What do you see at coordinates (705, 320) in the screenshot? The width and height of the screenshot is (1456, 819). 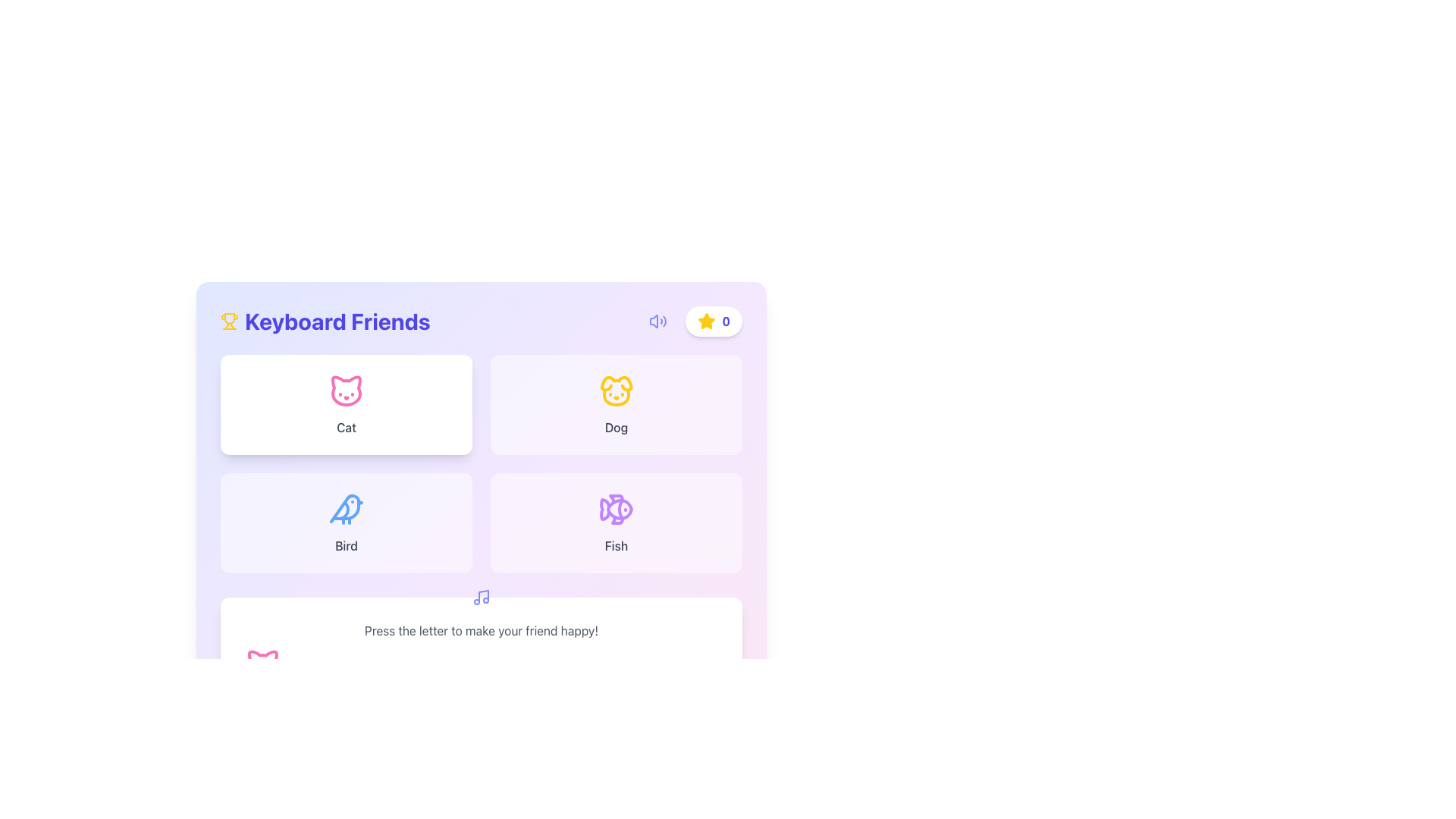 I see `on the star icon located in the top-right corner of the interface, next` at bounding box center [705, 320].